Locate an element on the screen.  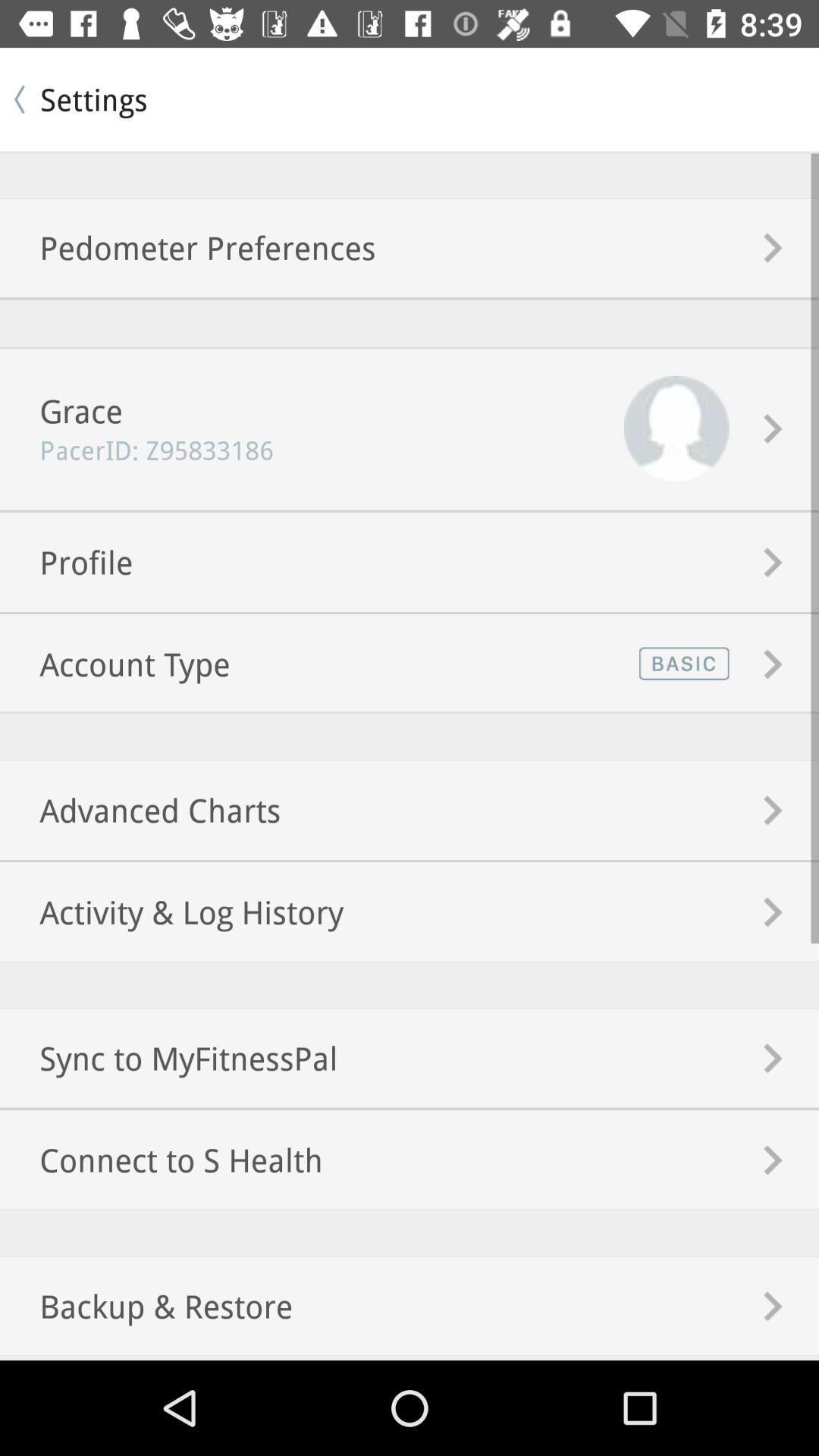
profile icon is located at coordinates (65, 561).